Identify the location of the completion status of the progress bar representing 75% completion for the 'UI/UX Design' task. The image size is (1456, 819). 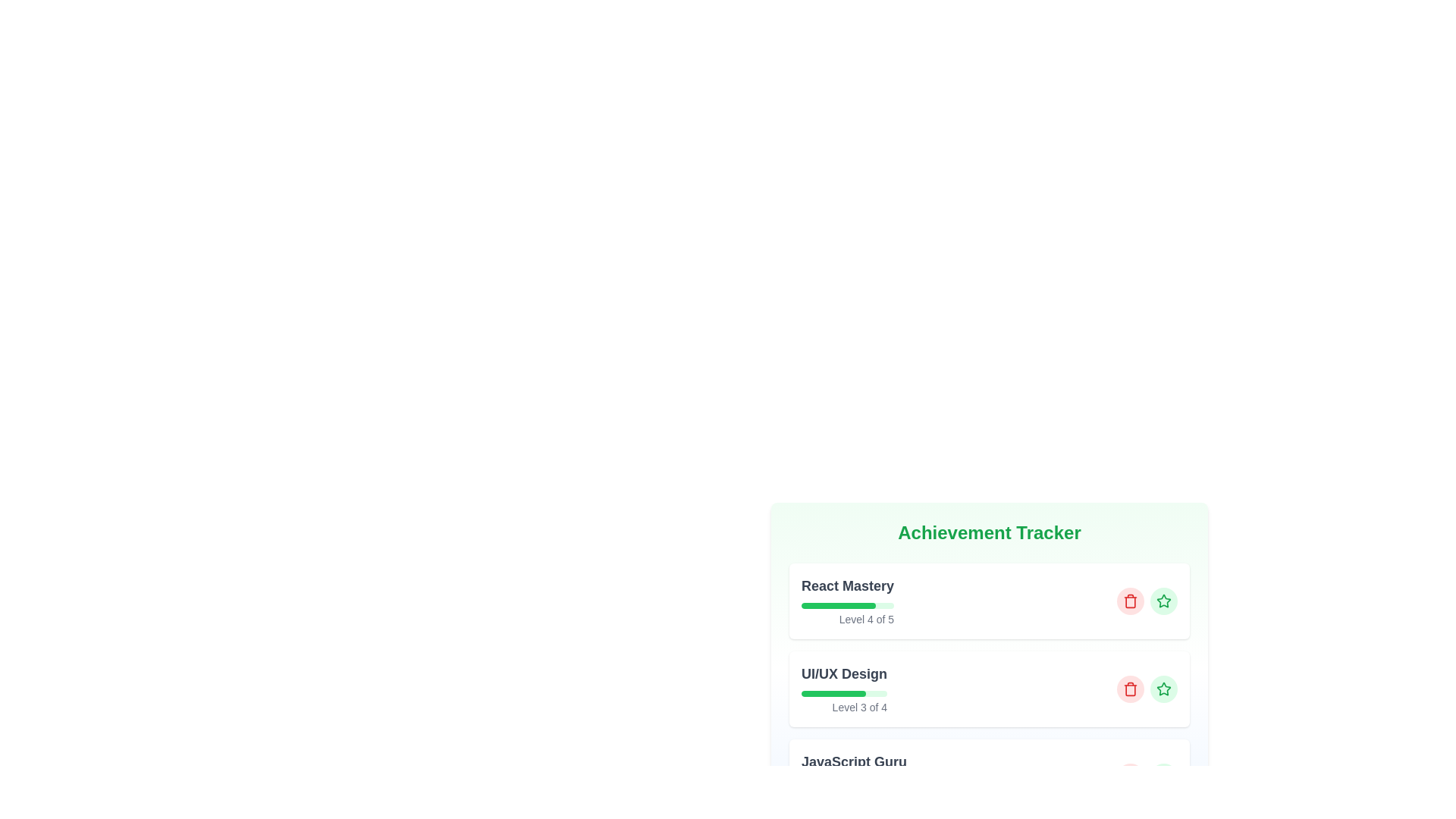
(833, 693).